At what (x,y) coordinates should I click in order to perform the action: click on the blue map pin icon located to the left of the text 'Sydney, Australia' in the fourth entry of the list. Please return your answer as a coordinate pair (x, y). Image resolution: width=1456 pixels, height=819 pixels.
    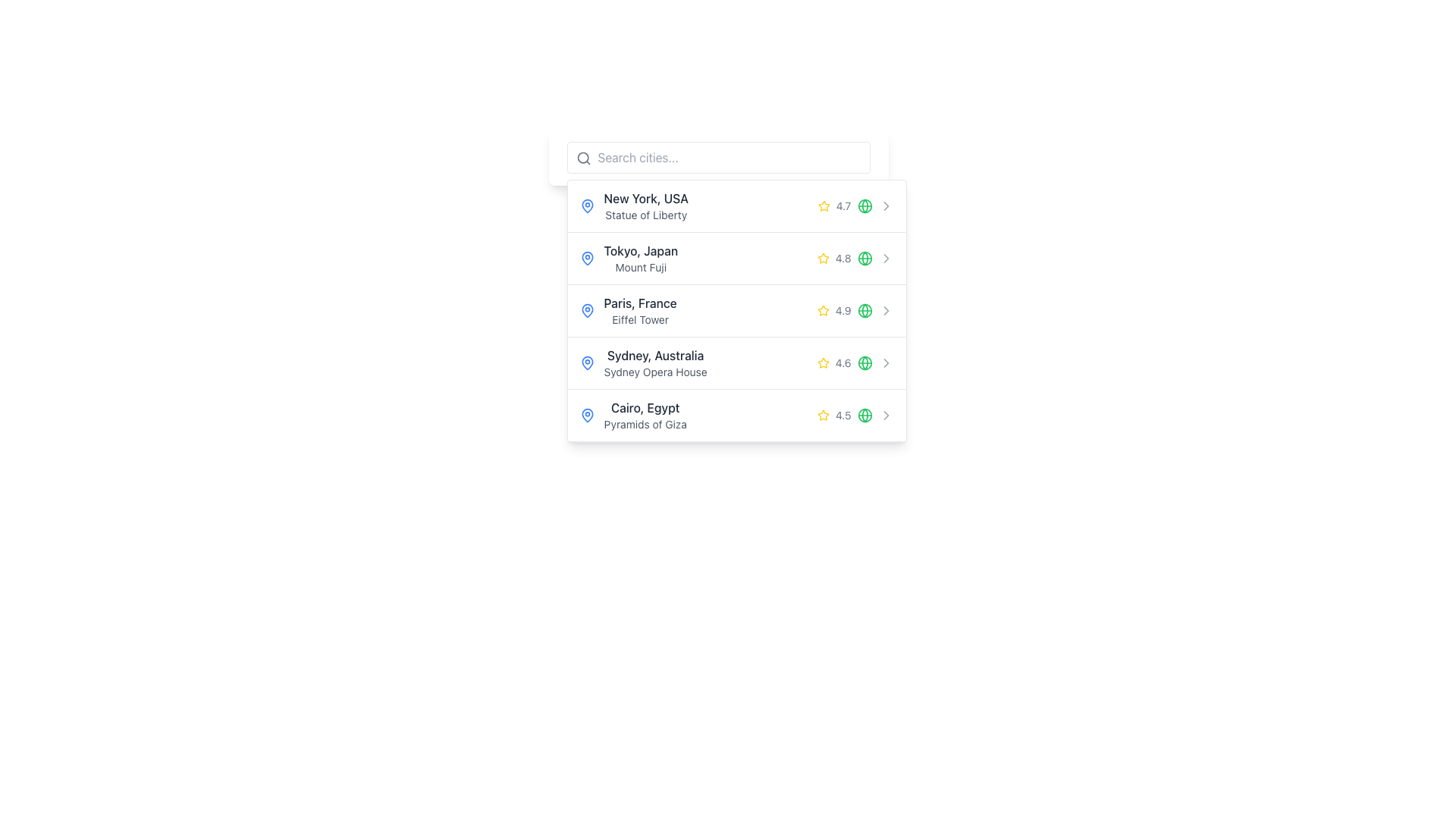
    Looking at the image, I should click on (586, 362).